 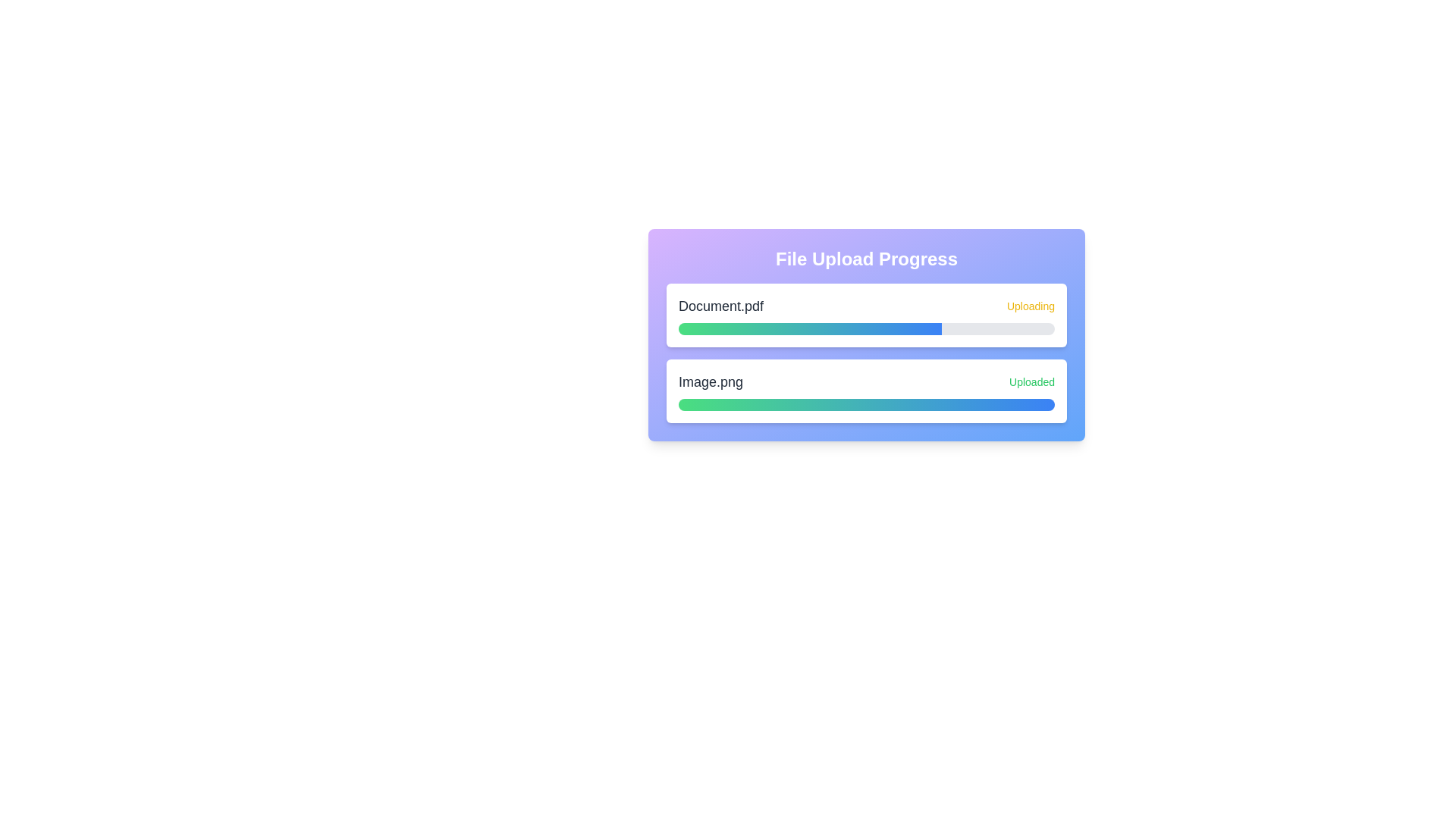 What do you see at coordinates (1031, 306) in the screenshot?
I see `the status text 'Uploading' to trigger additional information or action` at bounding box center [1031, 306].